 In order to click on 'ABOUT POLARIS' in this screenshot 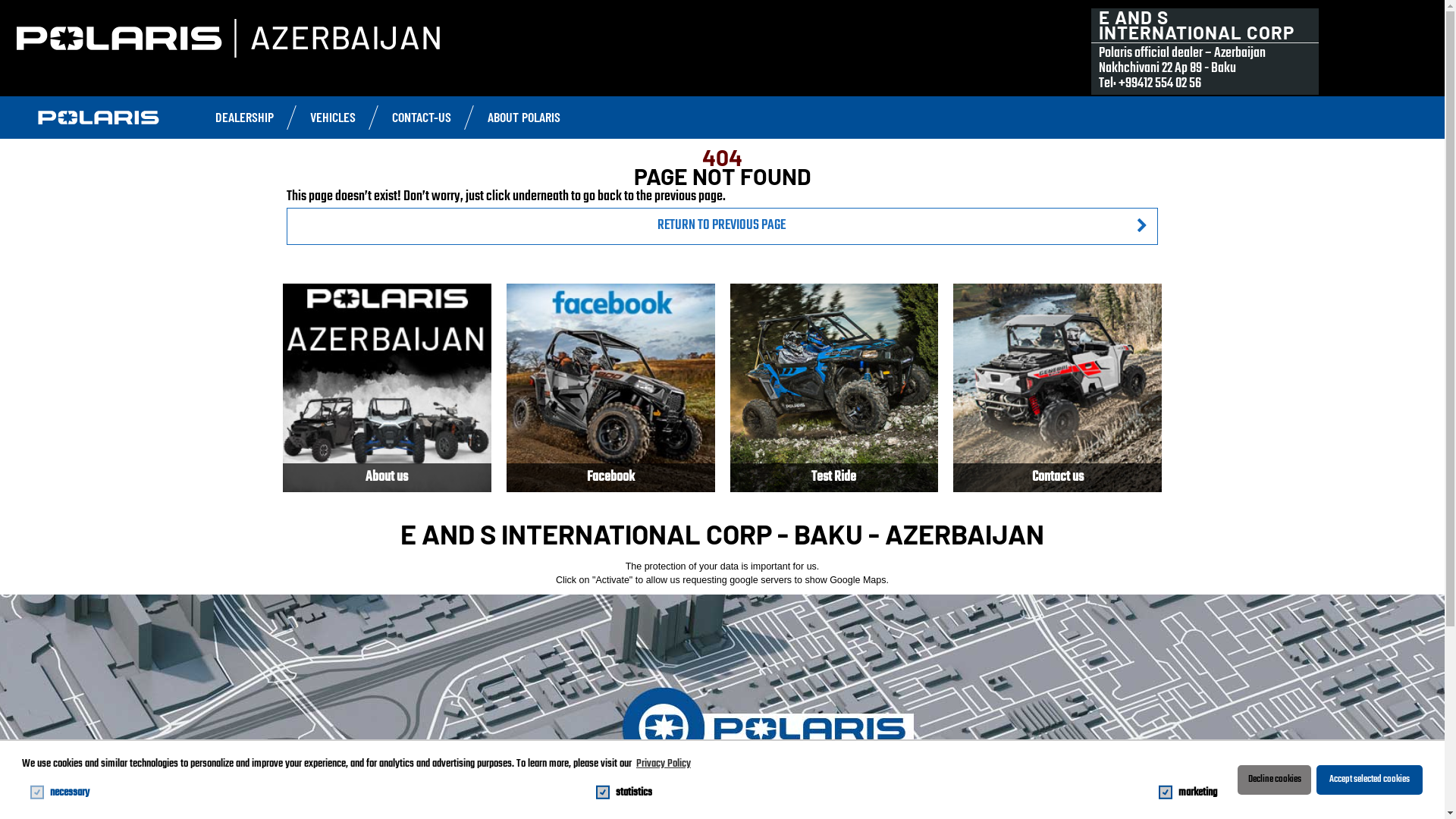, I will do `click(524, 116)`.